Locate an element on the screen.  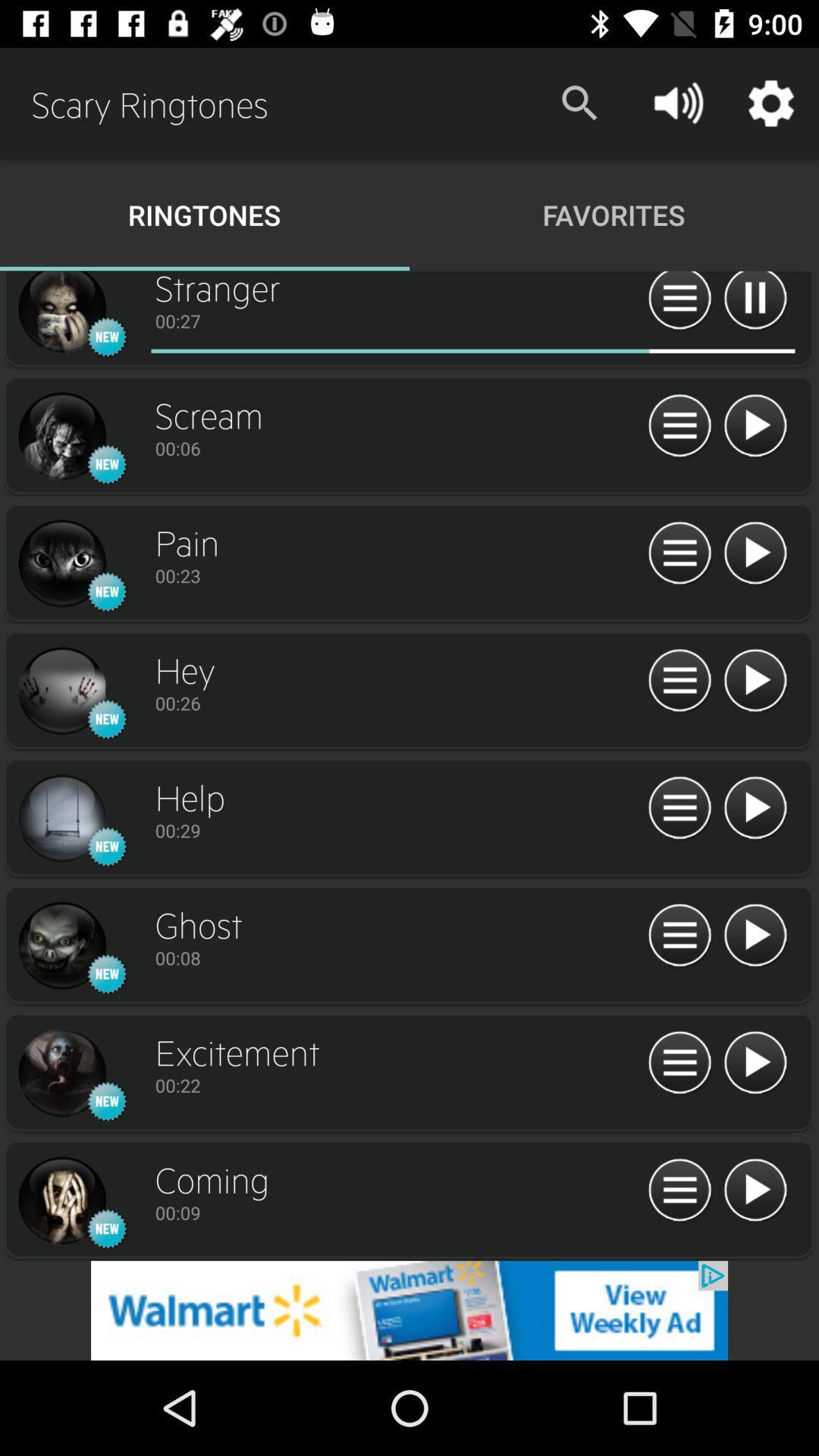
play is located at coordinates (755, 808).